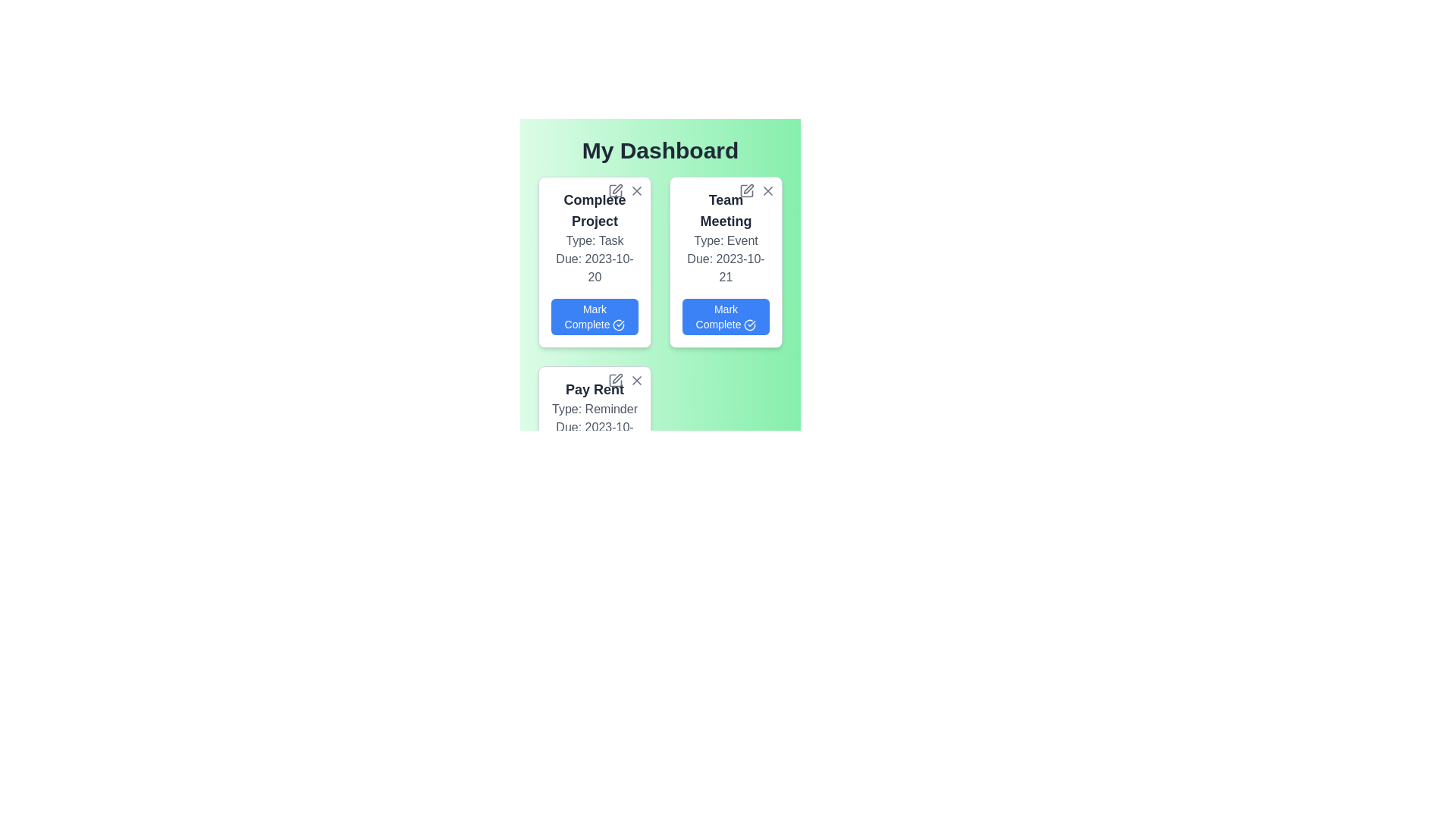  Describe the element at coordinates (746, 190) in the screenshot. I see `the edit icon located in the top-right corner of the 'Team Meeting' card to change its color` at that location.